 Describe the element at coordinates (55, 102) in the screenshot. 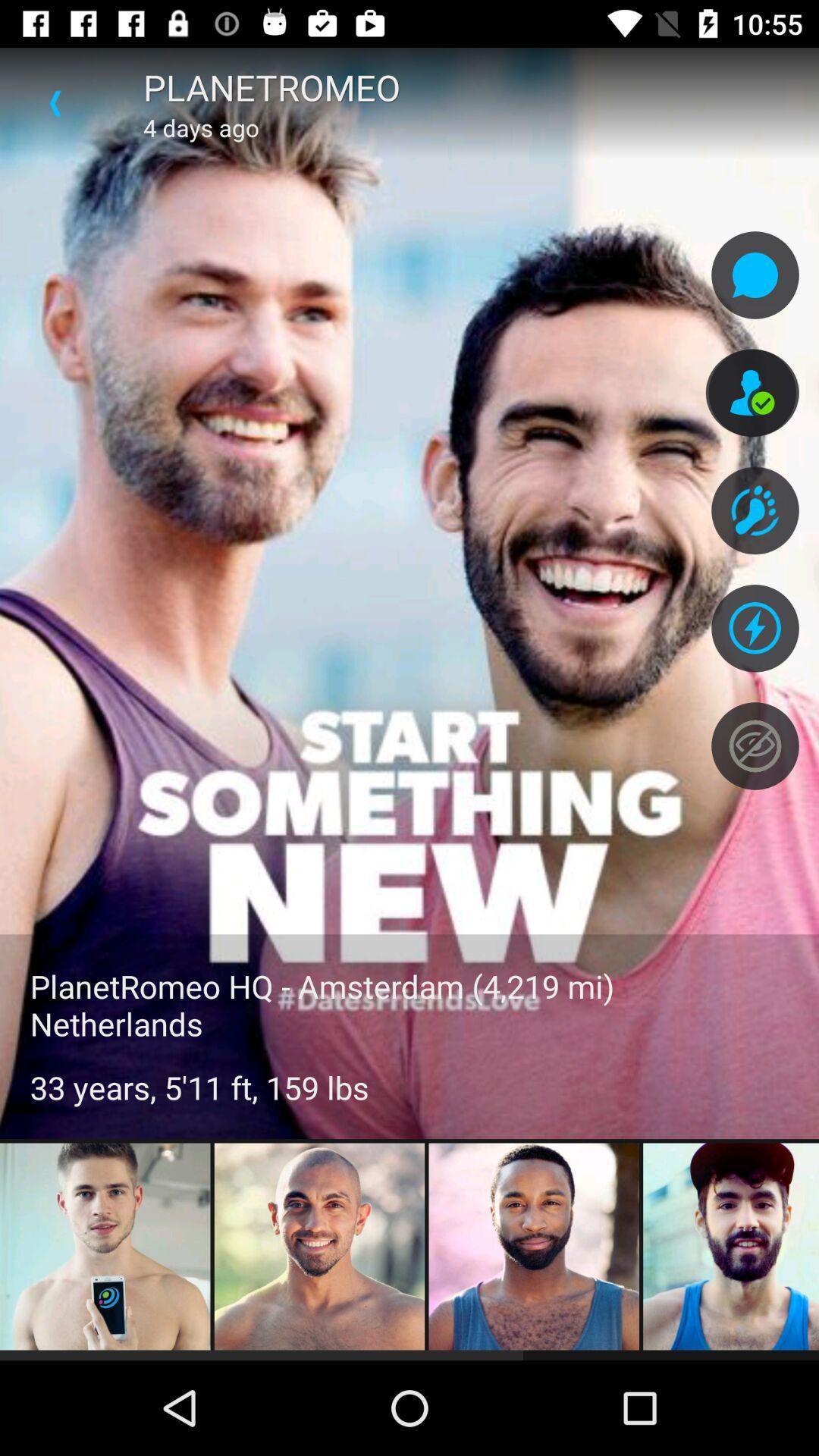

I see `item above the planetromeo hq amsterdam icon` at that location.